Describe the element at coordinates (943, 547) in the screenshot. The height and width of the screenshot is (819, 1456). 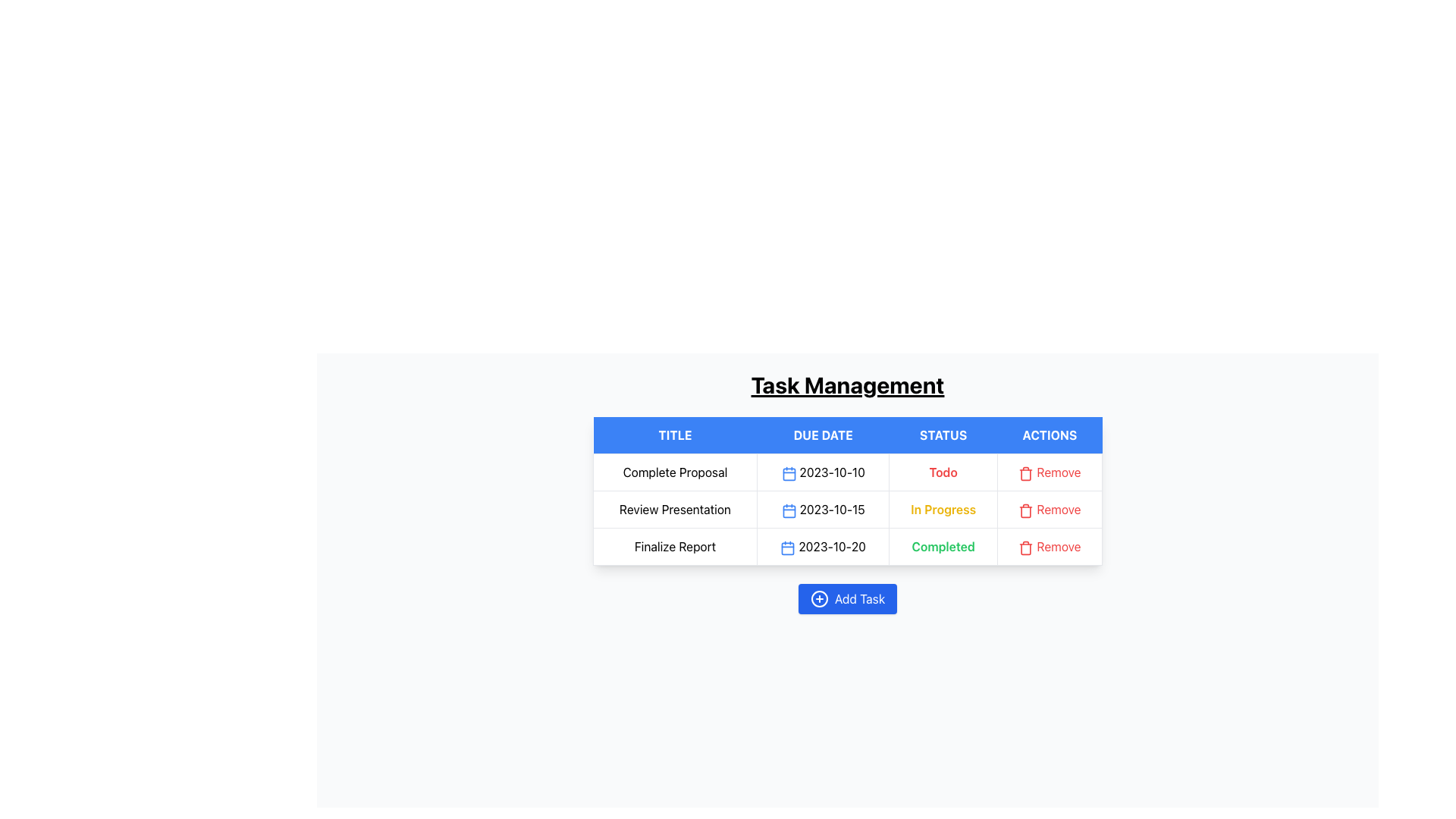
I see `the status text label indicating task completion, located in the third row under the 'STATUS' column next to the 'Remove' button` at that location.